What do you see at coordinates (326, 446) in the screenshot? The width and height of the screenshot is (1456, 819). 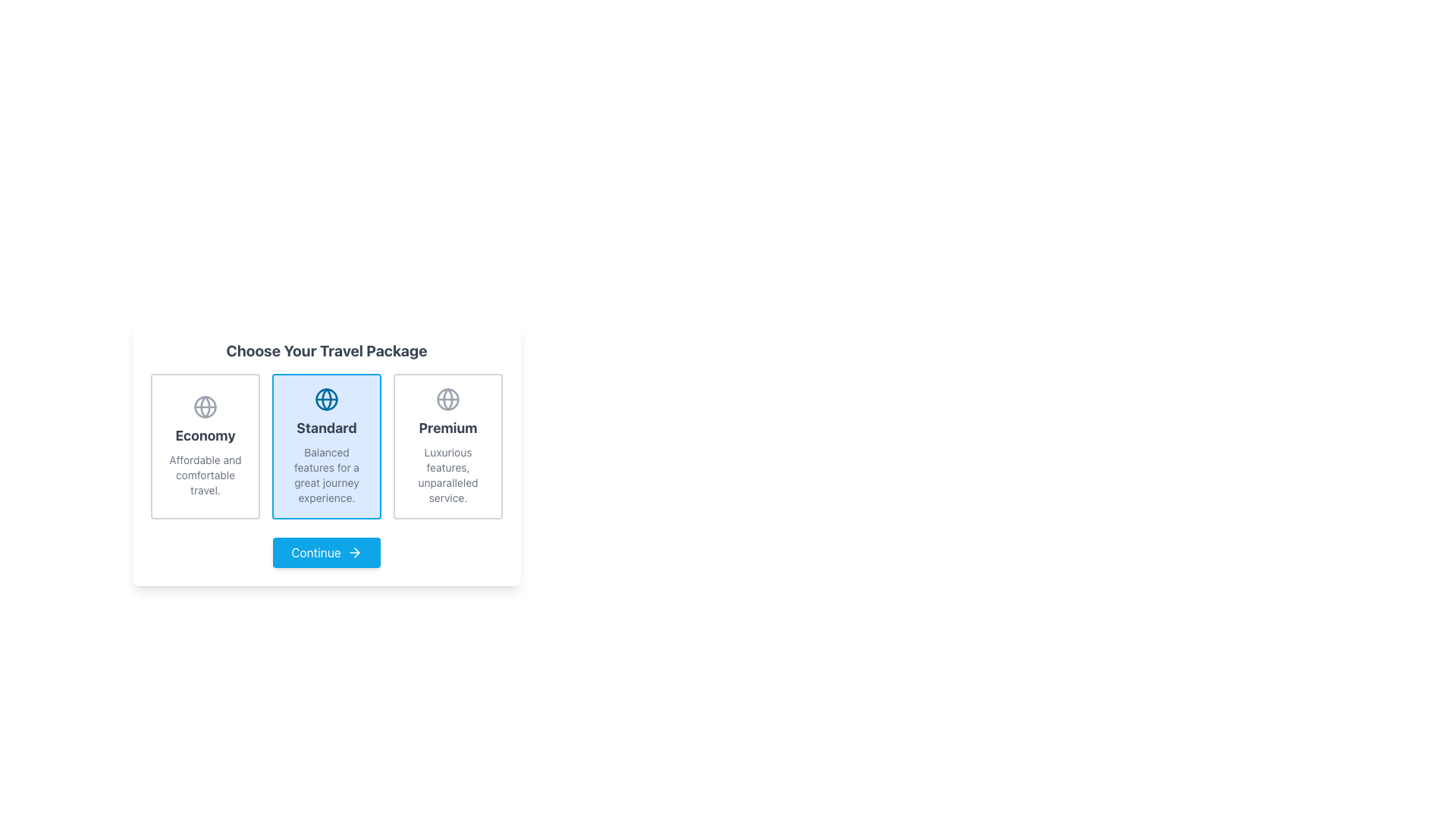 I see `the 'Standard' travel package tile in the grid layout` at bounding box center [326, 446].